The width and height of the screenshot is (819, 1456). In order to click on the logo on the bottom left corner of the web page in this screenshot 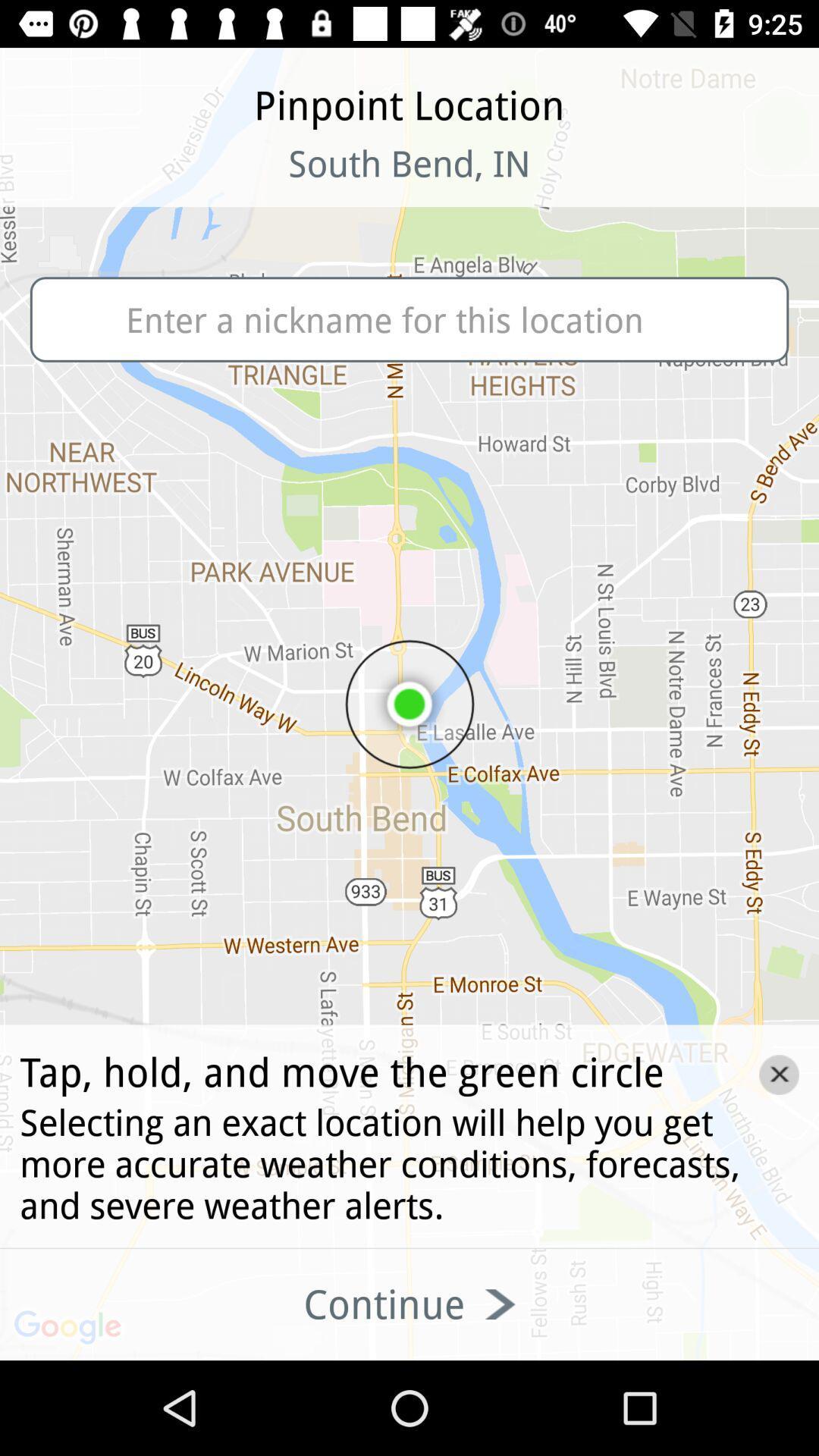, I will do `click(70, 1328)`.